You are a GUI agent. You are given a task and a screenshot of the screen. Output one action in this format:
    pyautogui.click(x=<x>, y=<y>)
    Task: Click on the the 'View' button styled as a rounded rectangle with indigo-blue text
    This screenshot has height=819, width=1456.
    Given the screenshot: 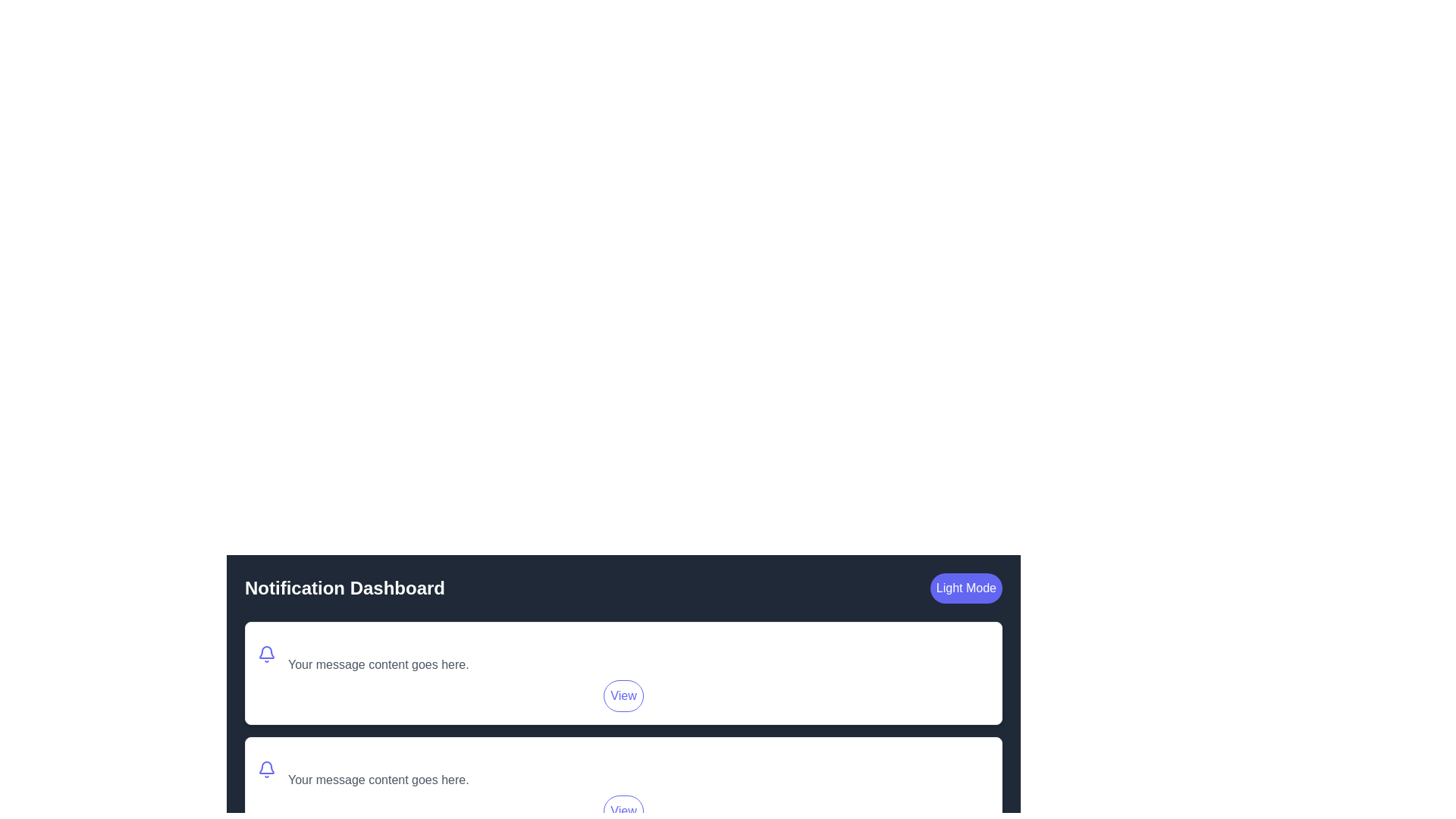 What is the action you would take?
    pyautogui.click(x=623, y=696)
    